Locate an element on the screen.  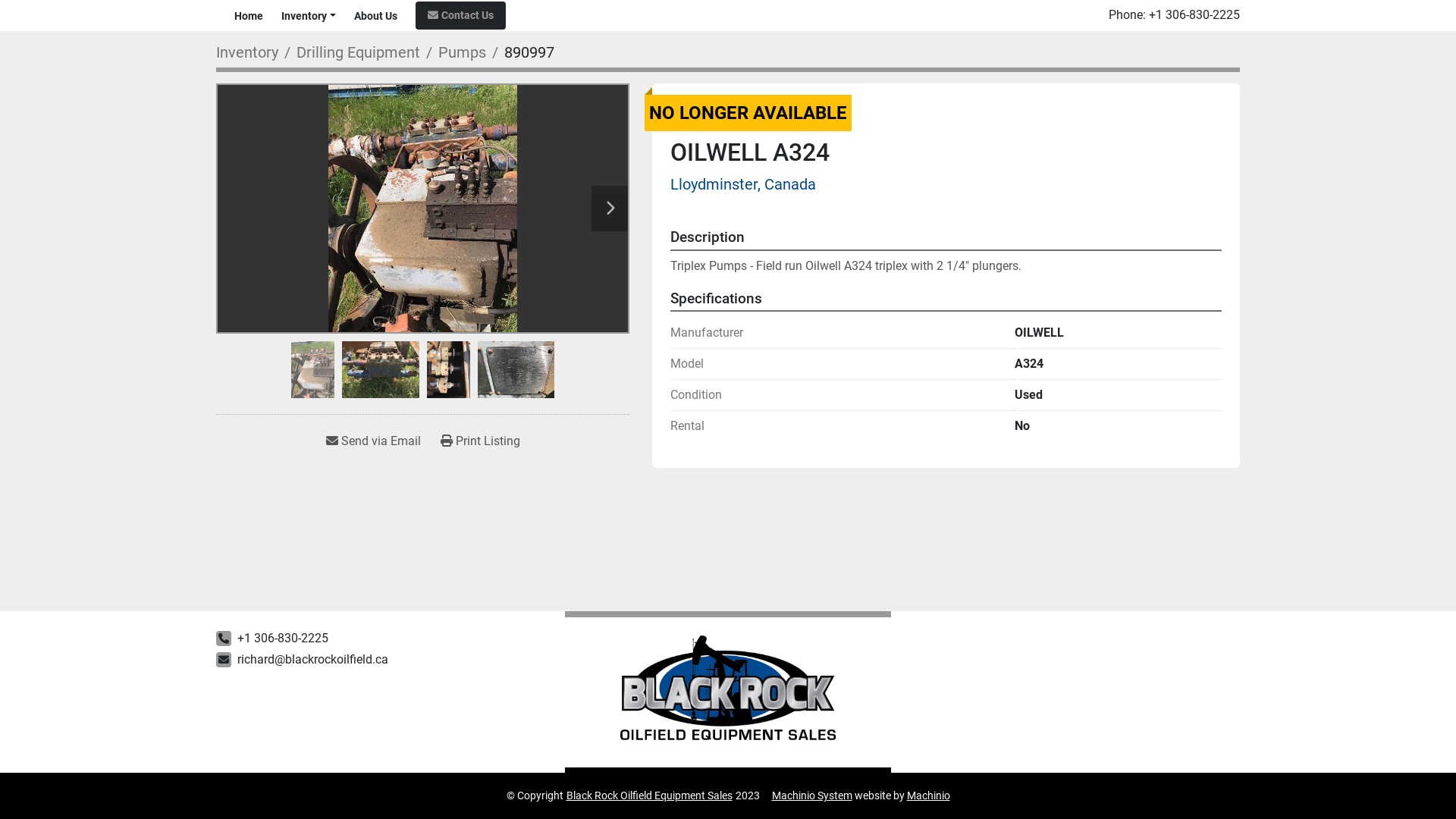
'Inventory' is located at coordinates (303, 15).